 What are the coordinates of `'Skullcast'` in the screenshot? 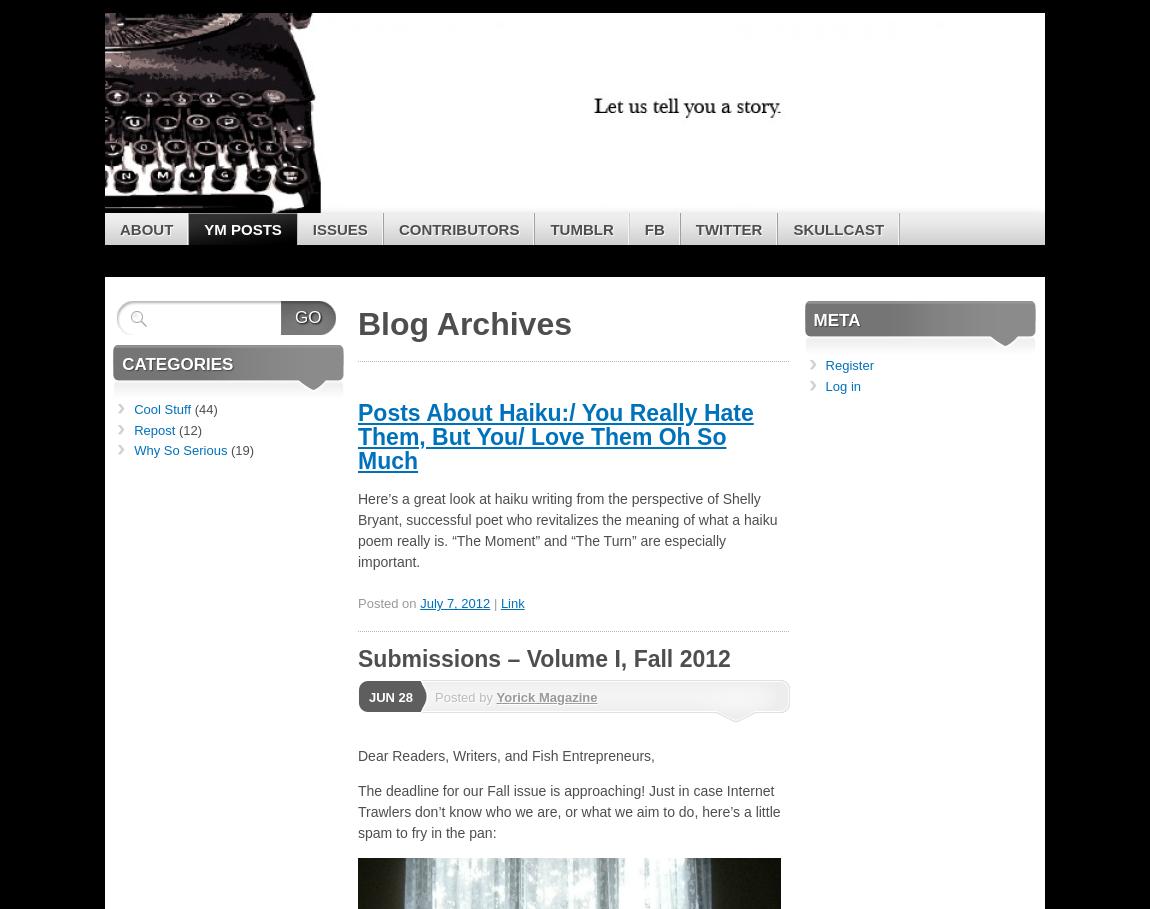 It's located at (837, 227).